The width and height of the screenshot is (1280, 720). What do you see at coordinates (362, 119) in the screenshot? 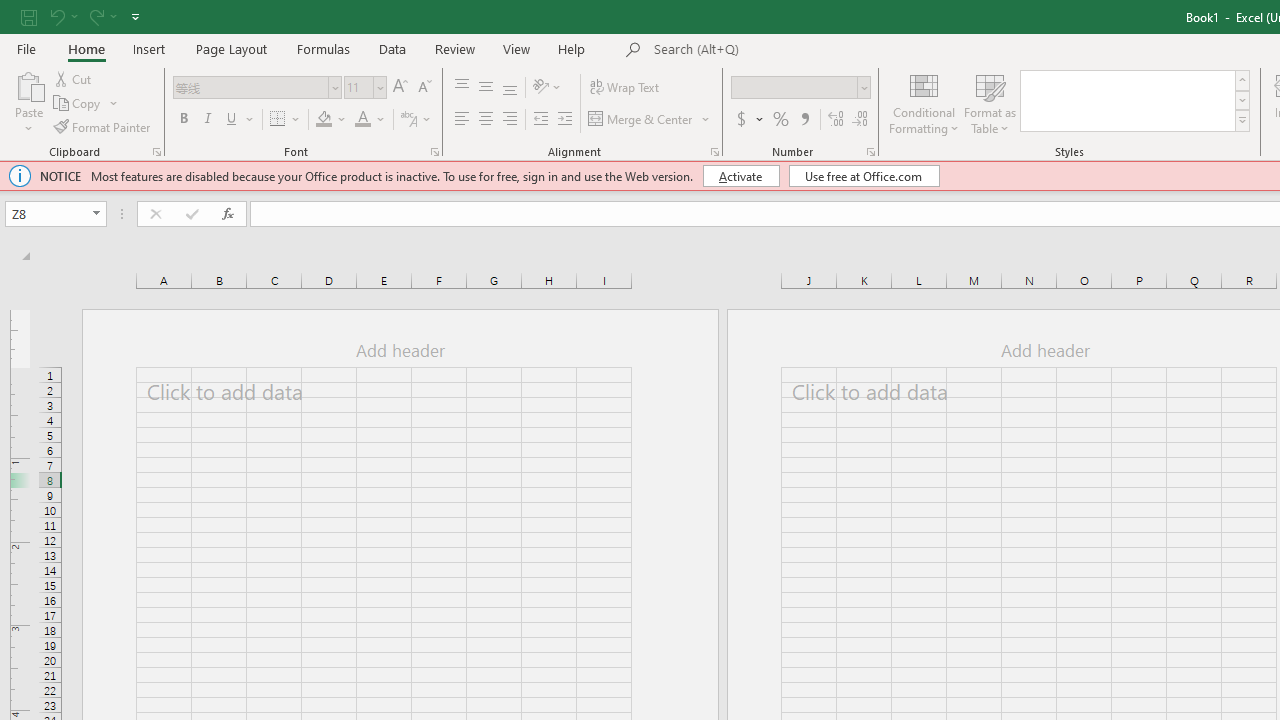
I see `'Font Color'` at bounding box center [362, 119].